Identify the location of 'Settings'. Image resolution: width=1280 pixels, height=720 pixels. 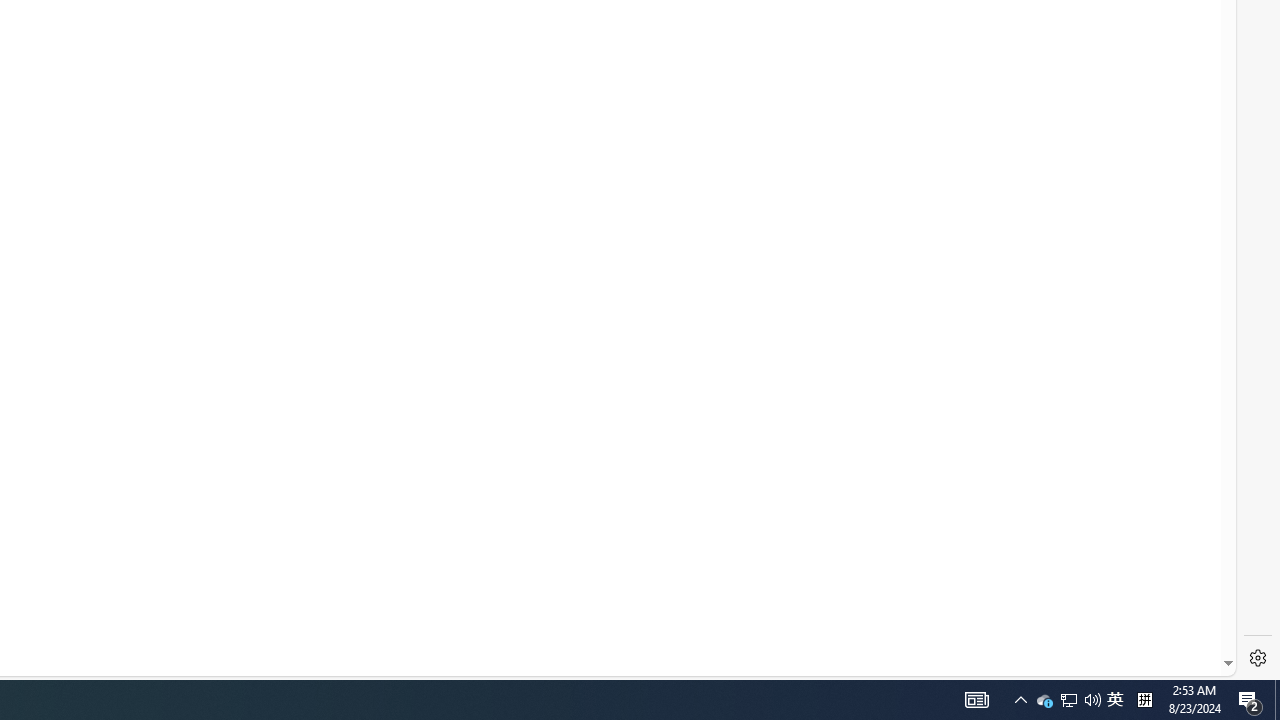
(1257, 658).